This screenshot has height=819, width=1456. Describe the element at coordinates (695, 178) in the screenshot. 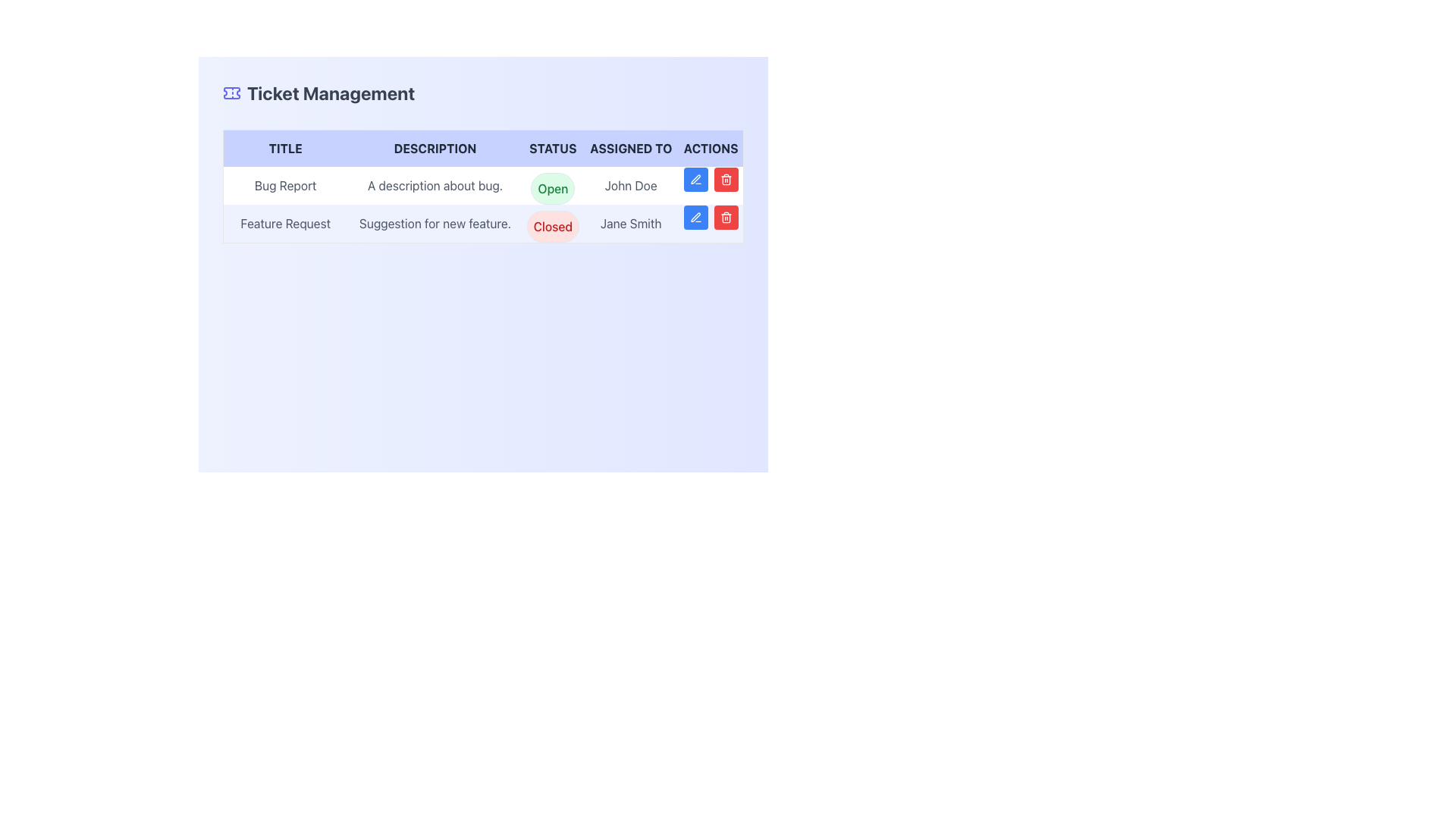

I see `the blue button with rounded corners and a pen icon, located in the rightmost column labeled 'ACTIONS' of the table's first row` at that location.